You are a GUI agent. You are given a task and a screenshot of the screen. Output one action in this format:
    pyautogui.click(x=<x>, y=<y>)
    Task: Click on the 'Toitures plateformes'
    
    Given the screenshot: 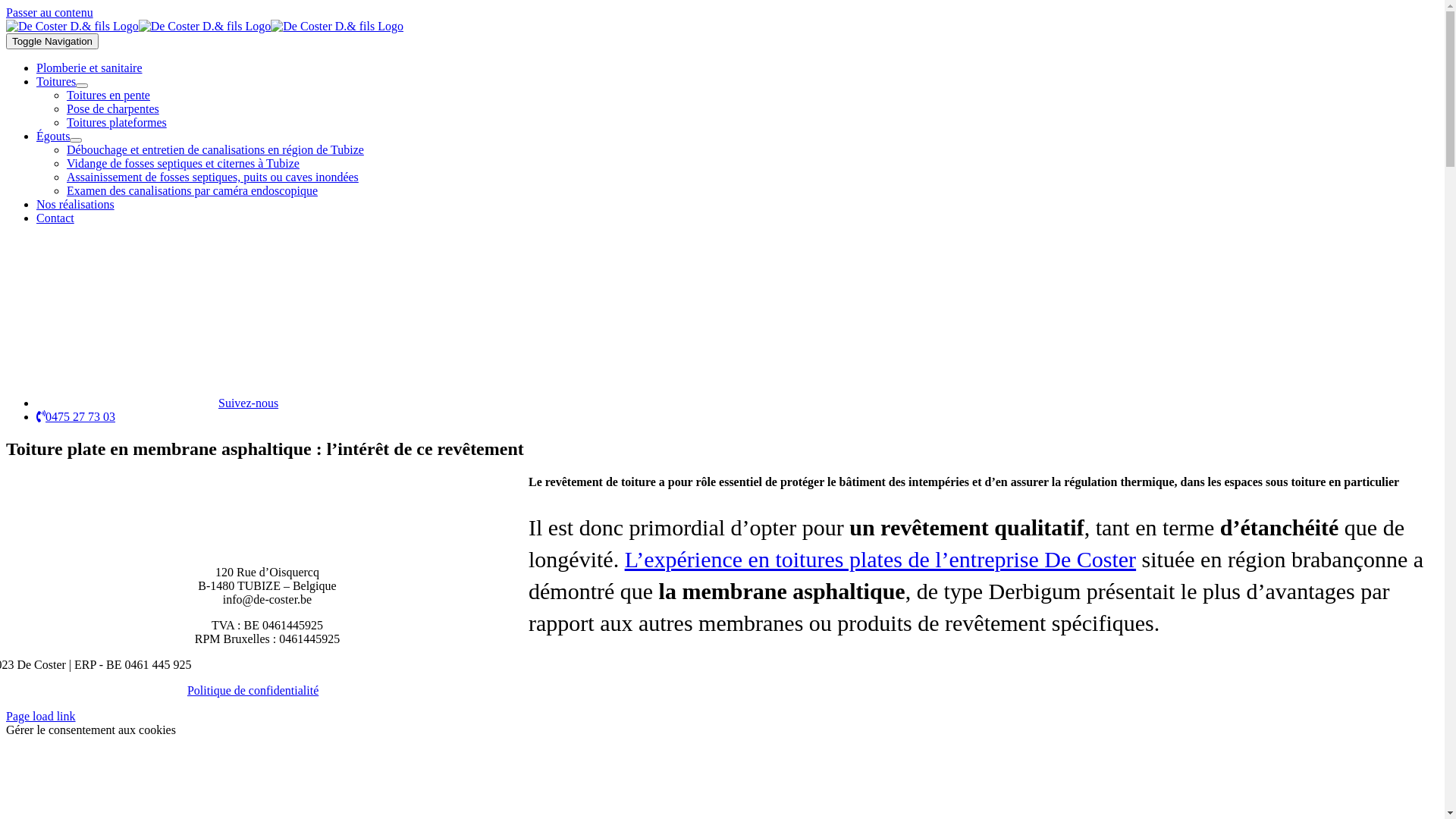 What is the action you would take?
    pyautogui.click(x=65, y=121)
    